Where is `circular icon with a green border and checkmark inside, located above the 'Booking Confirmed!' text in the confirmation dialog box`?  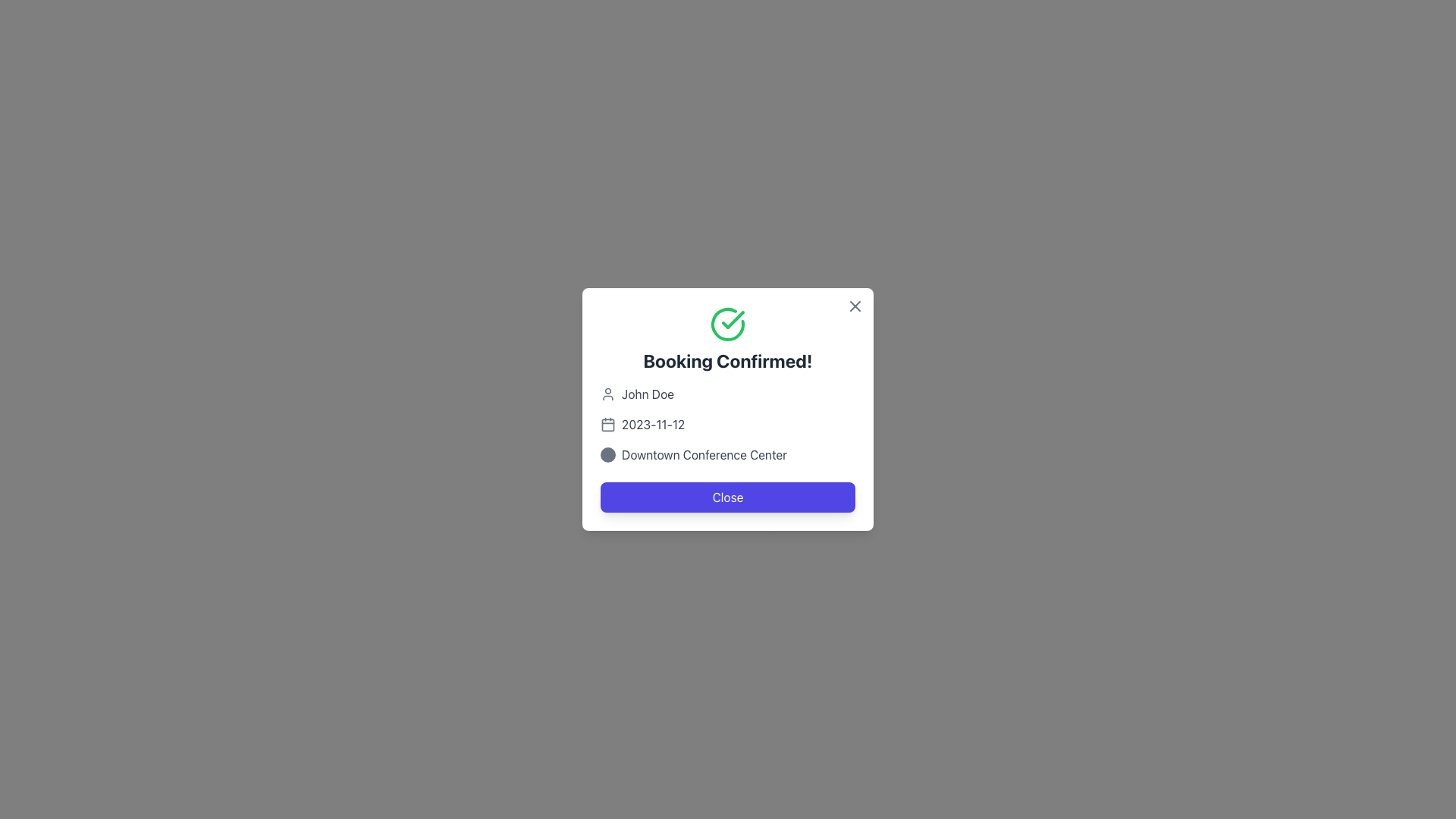 circular icon with a green border and checkmark inside, located above the 'Booking Confirmed!' text in the confirmation dialog box is located at coordinates (728, 324).